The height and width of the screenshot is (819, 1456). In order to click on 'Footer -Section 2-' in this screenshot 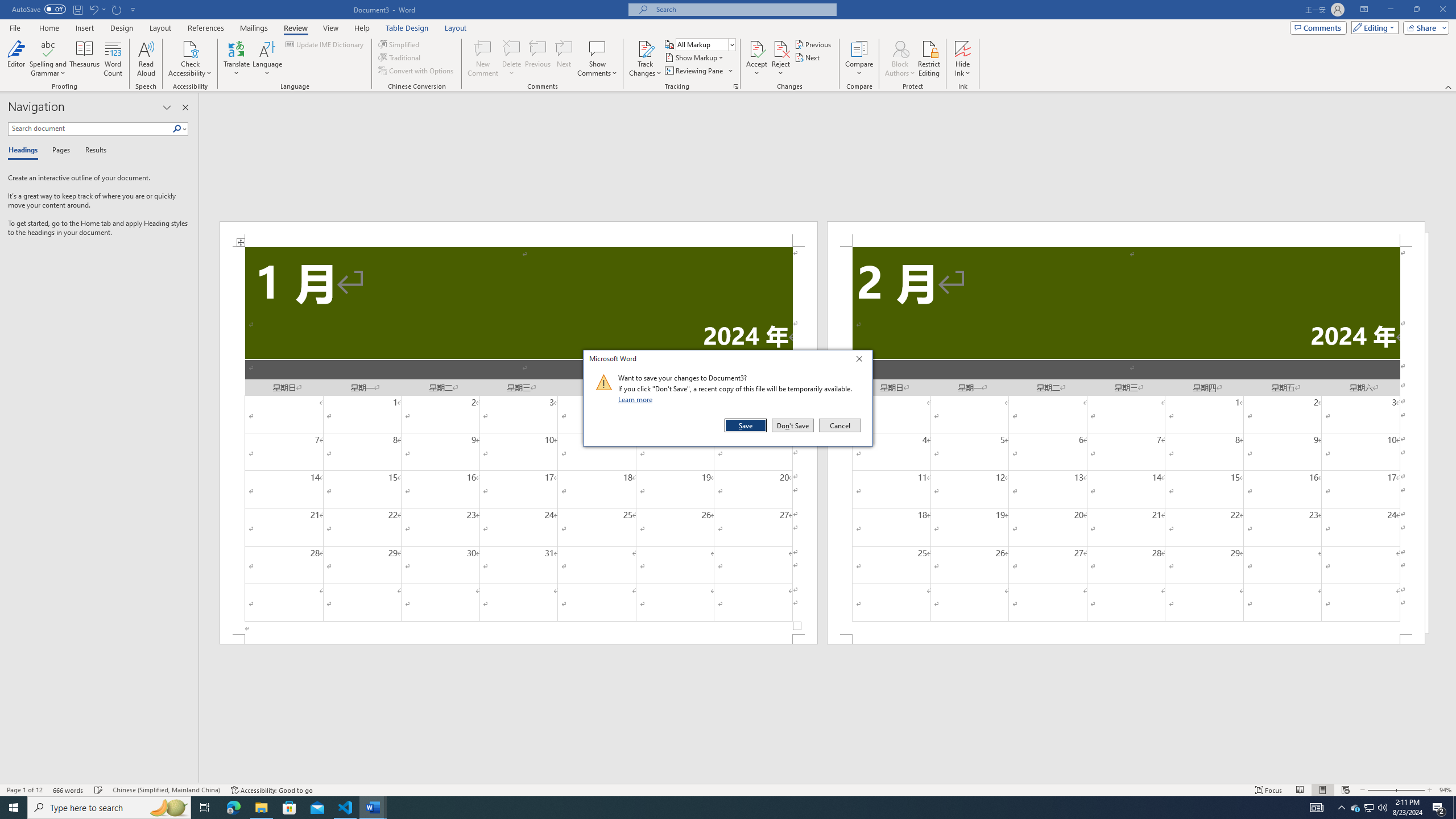, I will do `click(1126, 638)`.